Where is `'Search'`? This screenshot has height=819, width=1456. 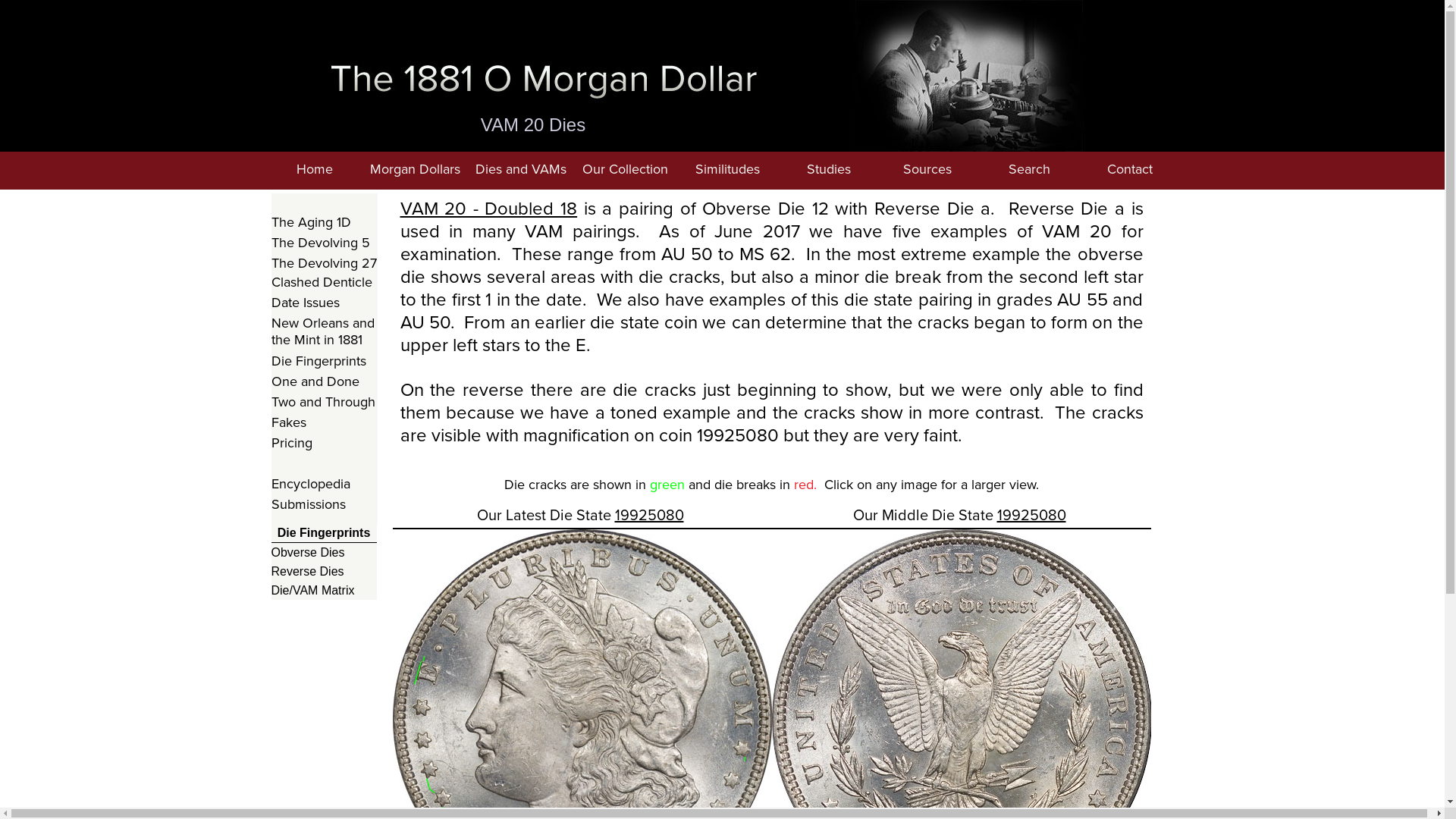
'Search' is located at coordinates (1028, 170).